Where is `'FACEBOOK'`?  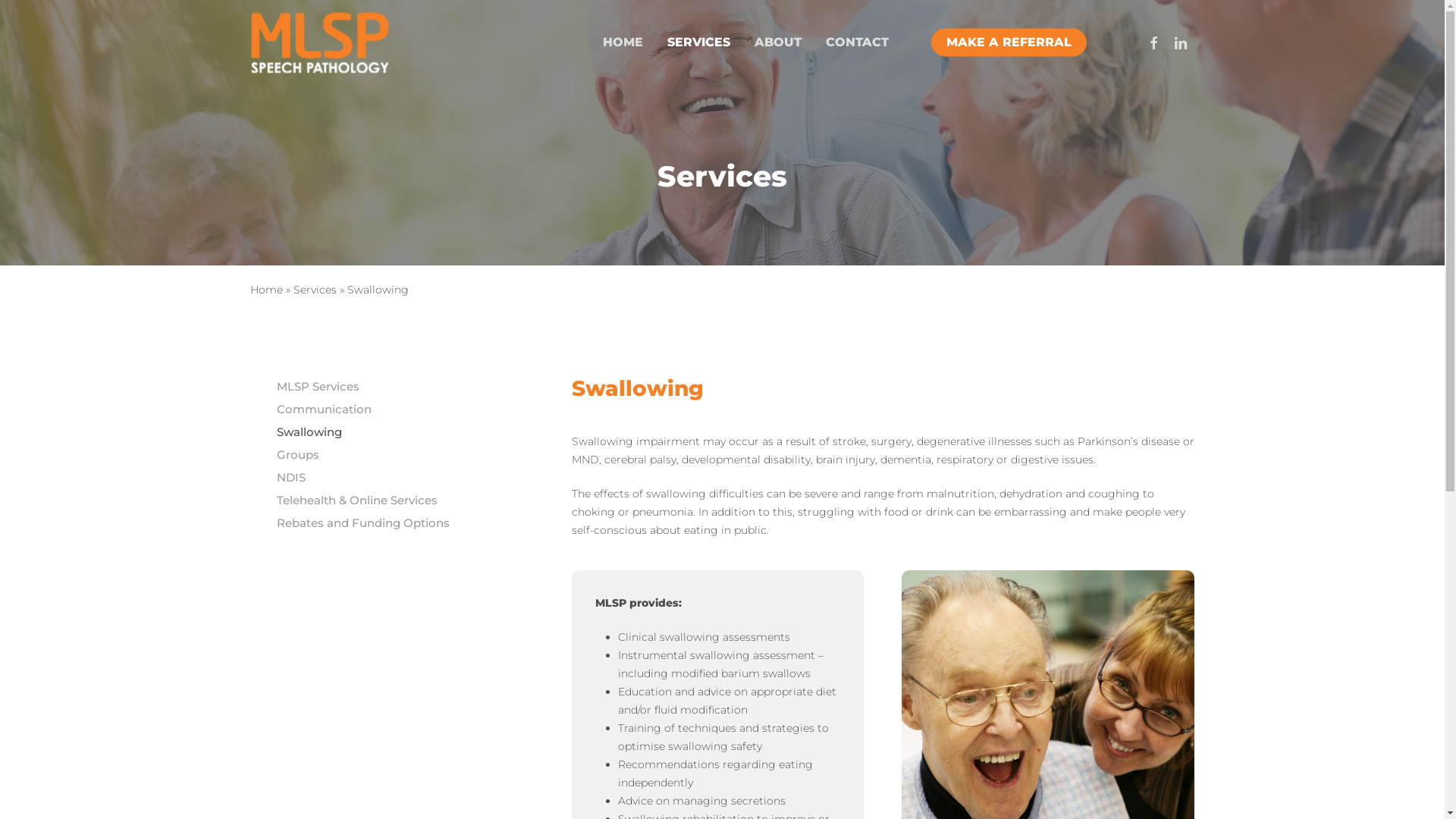 'FACEBOOK' is located at coordinates (1139, 42).